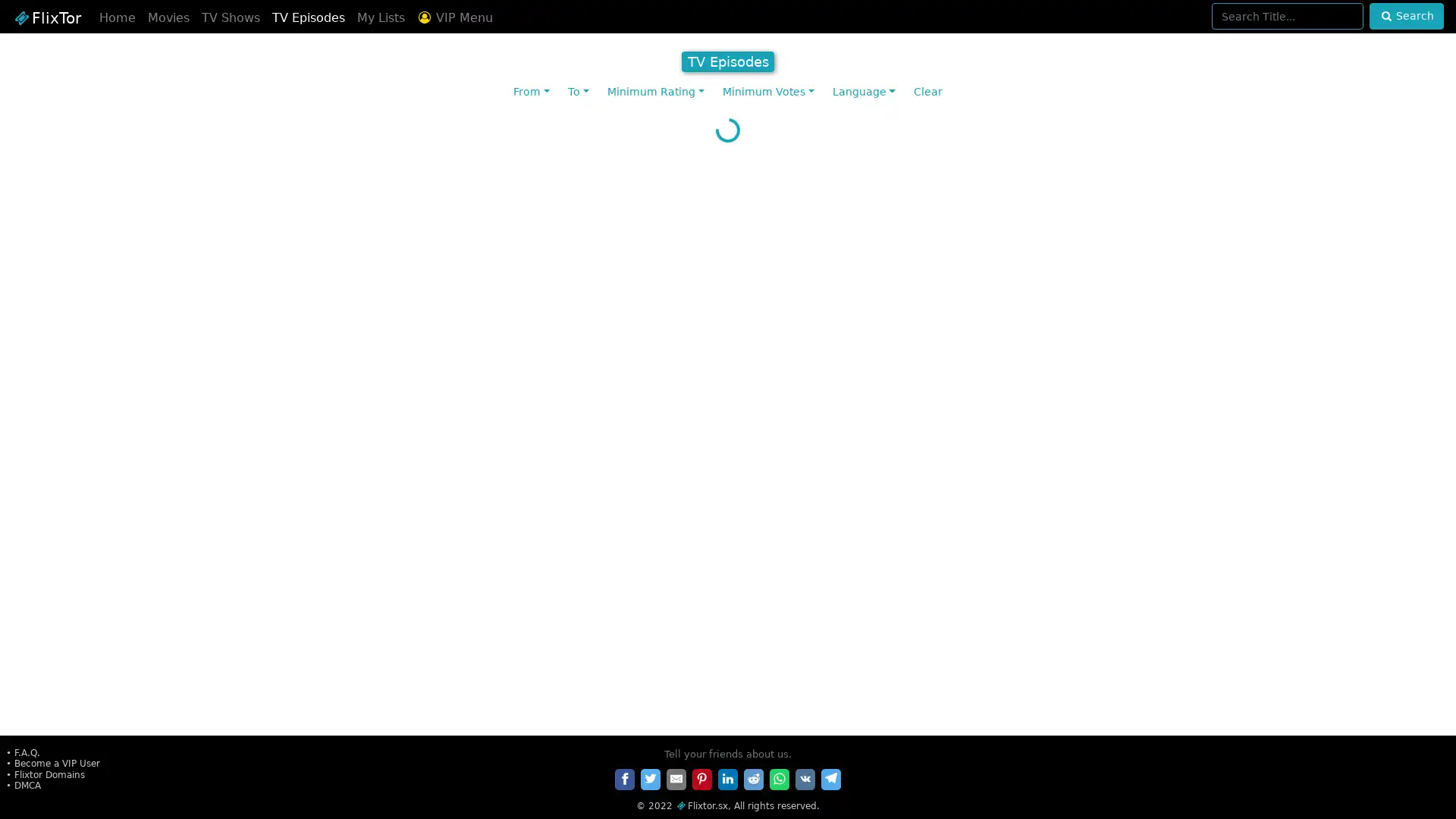  What do you see at coordinates (453, 17) in the screenshot?
I see `VIP Menu` at bounding box center [453, 17].